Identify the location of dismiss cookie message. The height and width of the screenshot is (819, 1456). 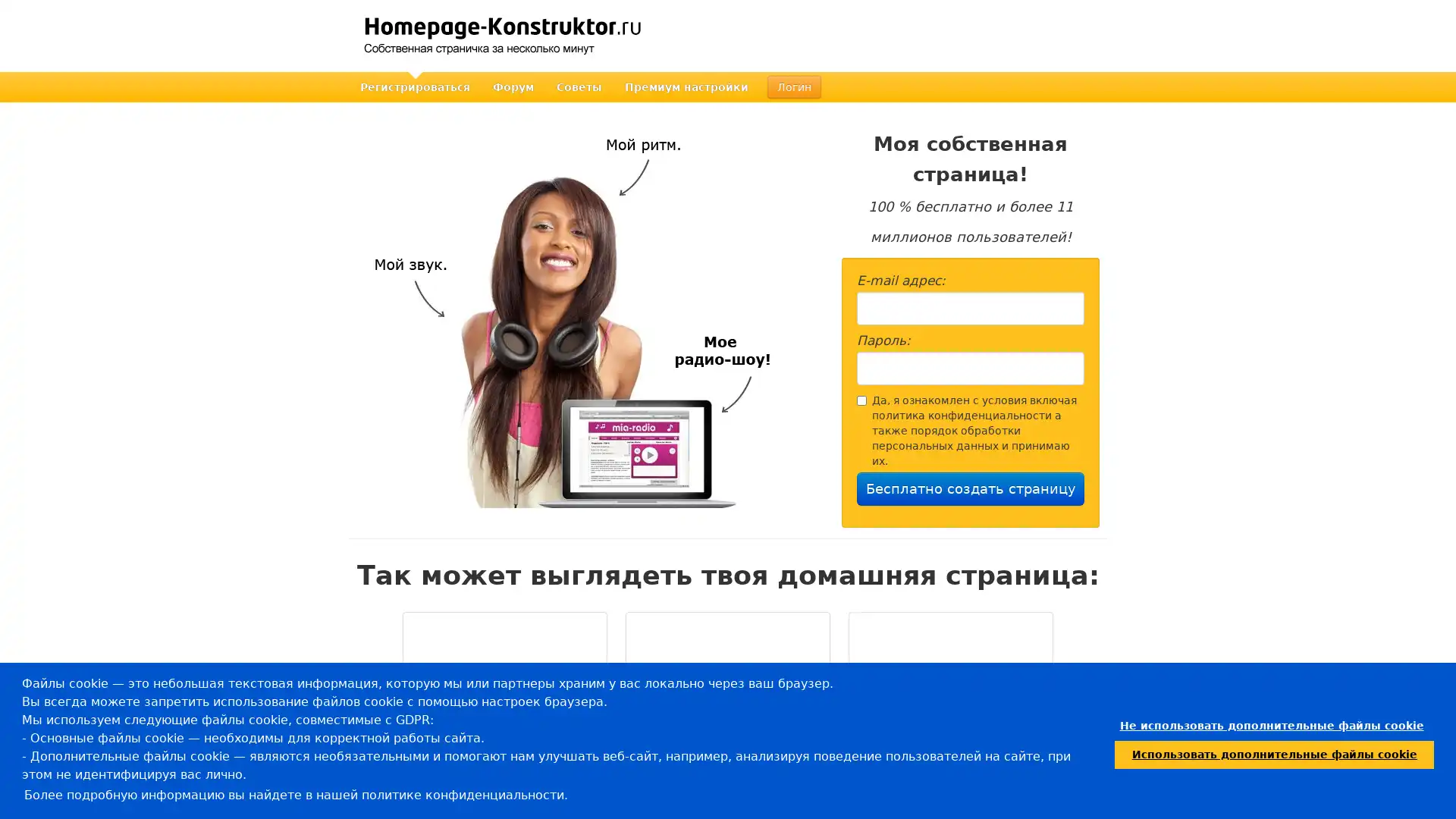
(1271, 725).